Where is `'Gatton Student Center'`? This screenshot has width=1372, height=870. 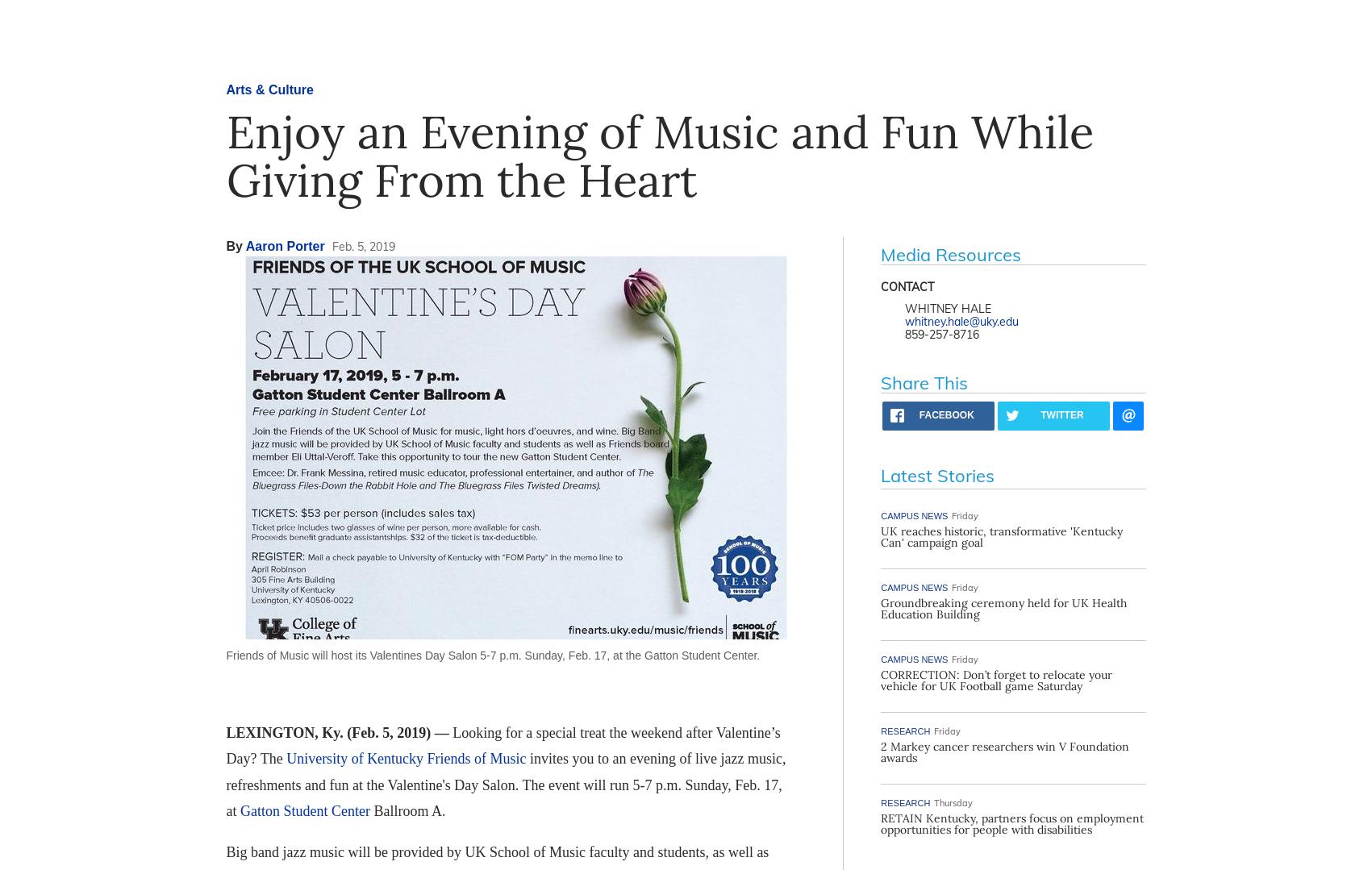 'Gatton Student Center' is located at coordinates (303, 810).